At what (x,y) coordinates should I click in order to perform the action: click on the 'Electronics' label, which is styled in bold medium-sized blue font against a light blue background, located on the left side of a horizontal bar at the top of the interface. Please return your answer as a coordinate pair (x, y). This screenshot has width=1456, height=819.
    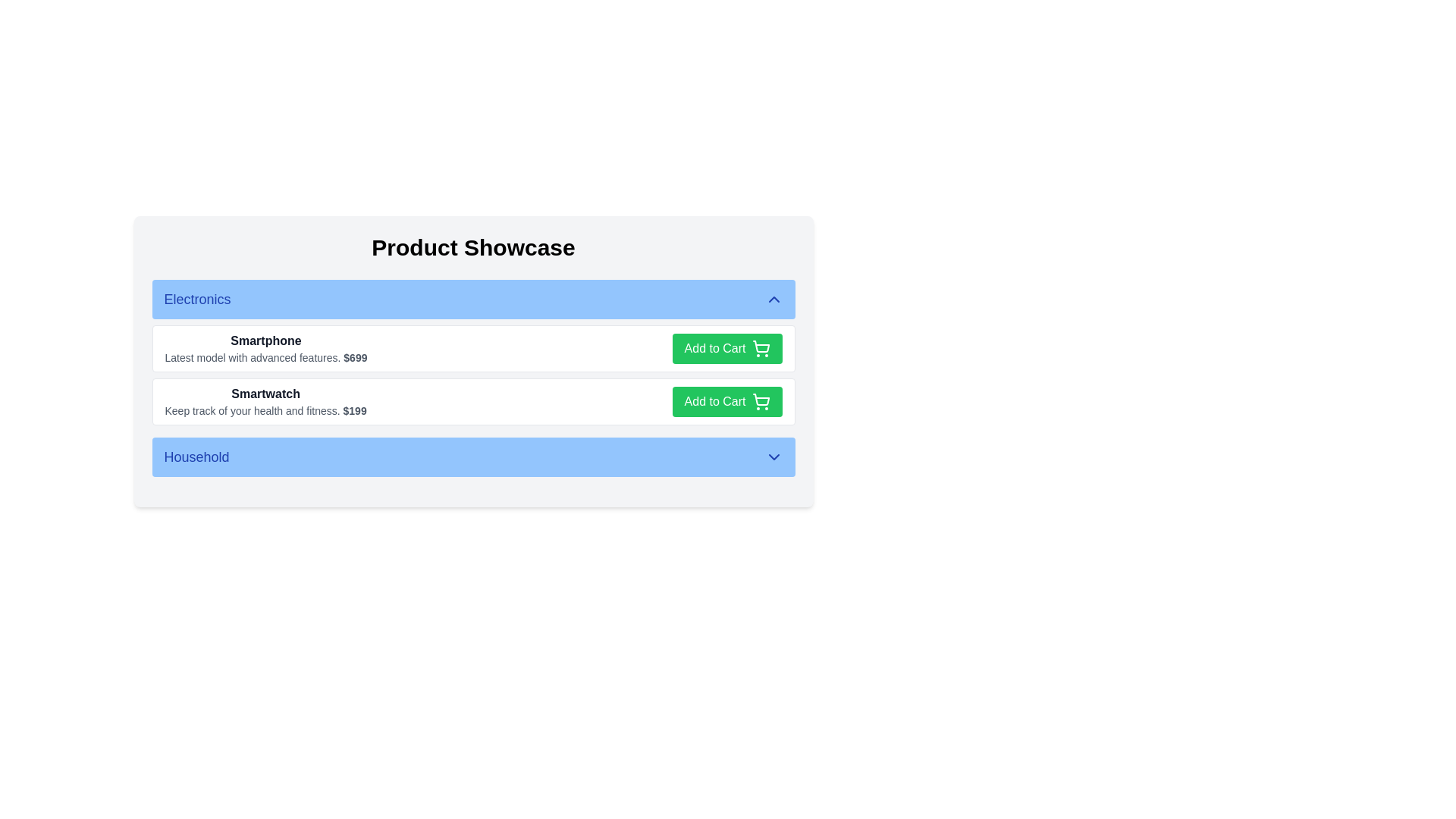
    Looking at the image, I should click on (196, 299).